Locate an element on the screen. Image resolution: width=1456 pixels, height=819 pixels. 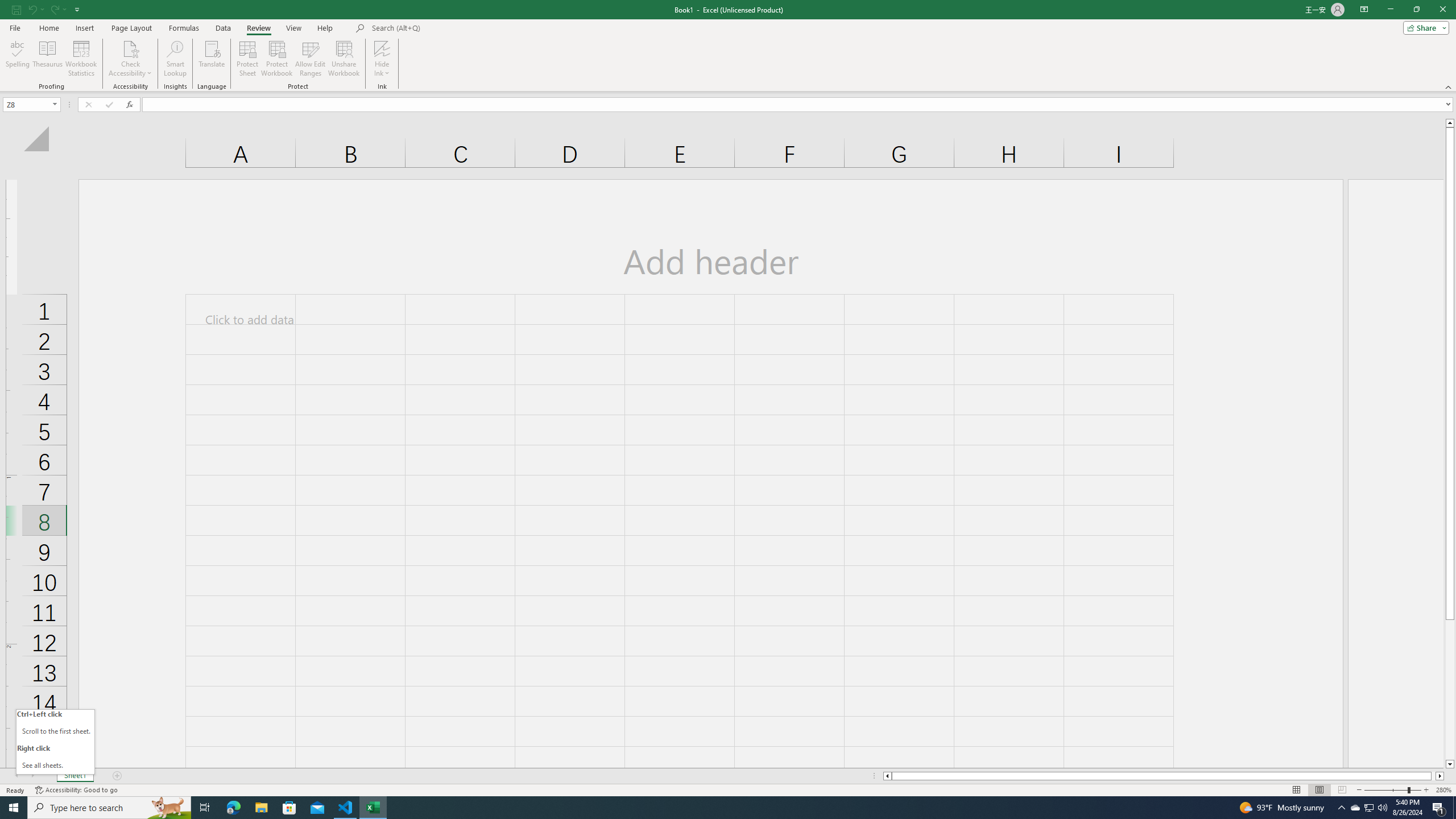
'Line down' is located at coordinates (1449, 764).